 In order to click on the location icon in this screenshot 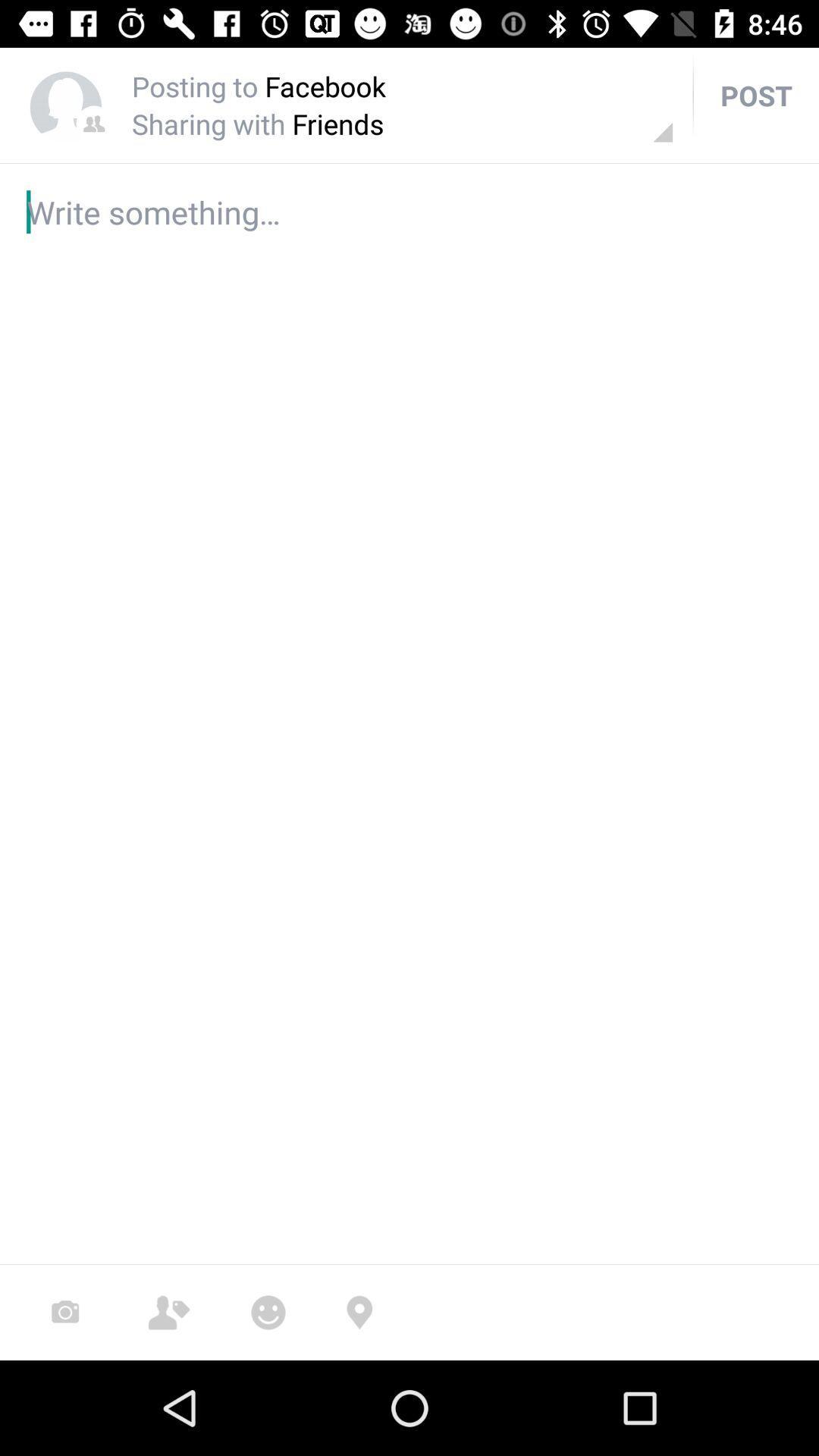, I will do `click(359, 1312)`.